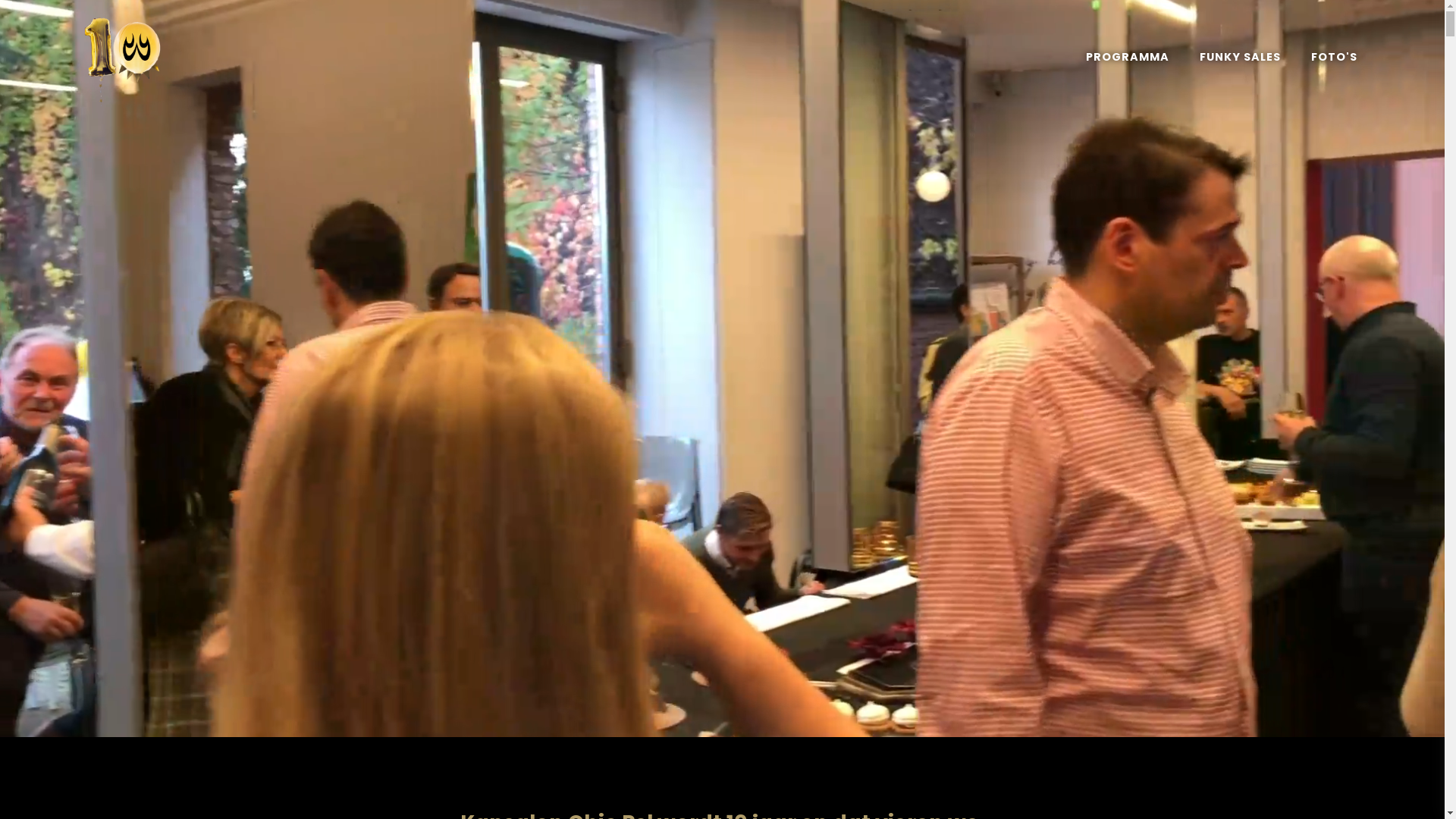 The height and width of the screenshot is (819, 1456). What do you see at coordinates (1240, 55) in the screenshot?
I see `'FUNKY SALES'` at bounding box center [1240, 55].